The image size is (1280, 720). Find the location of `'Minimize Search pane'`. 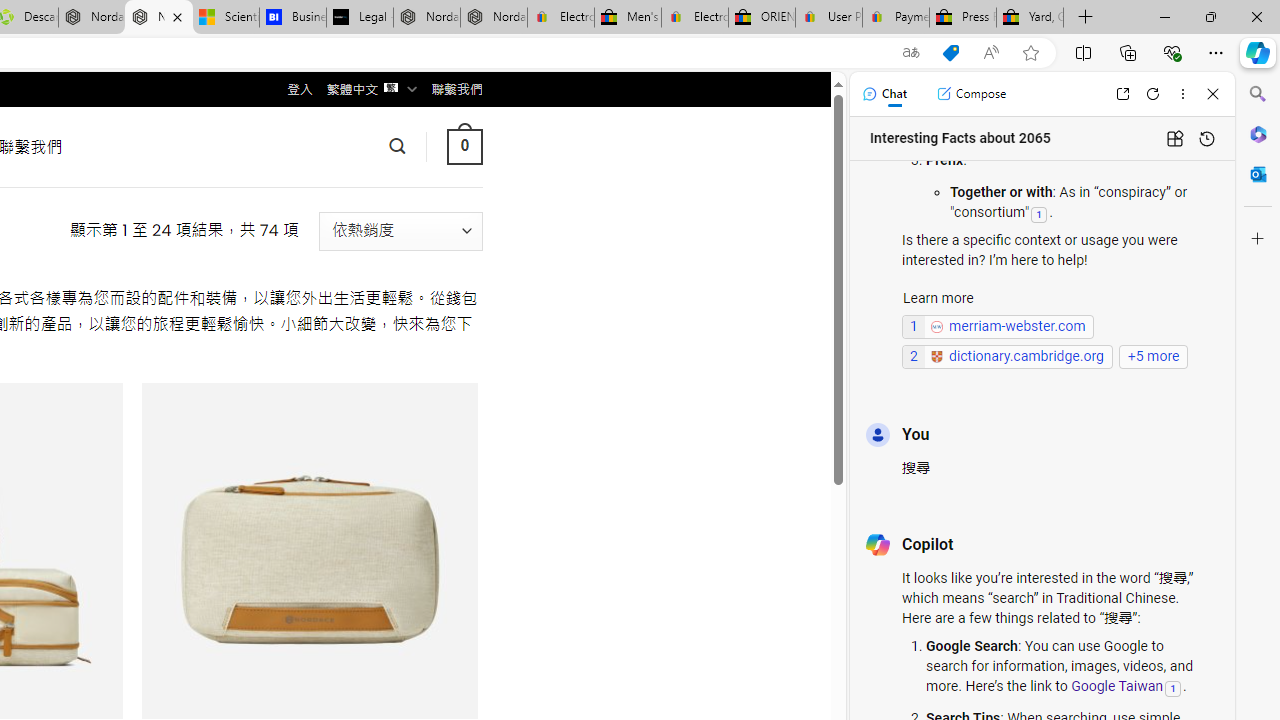

'Minimize Search pane' is located at coordinates (1257, 94).